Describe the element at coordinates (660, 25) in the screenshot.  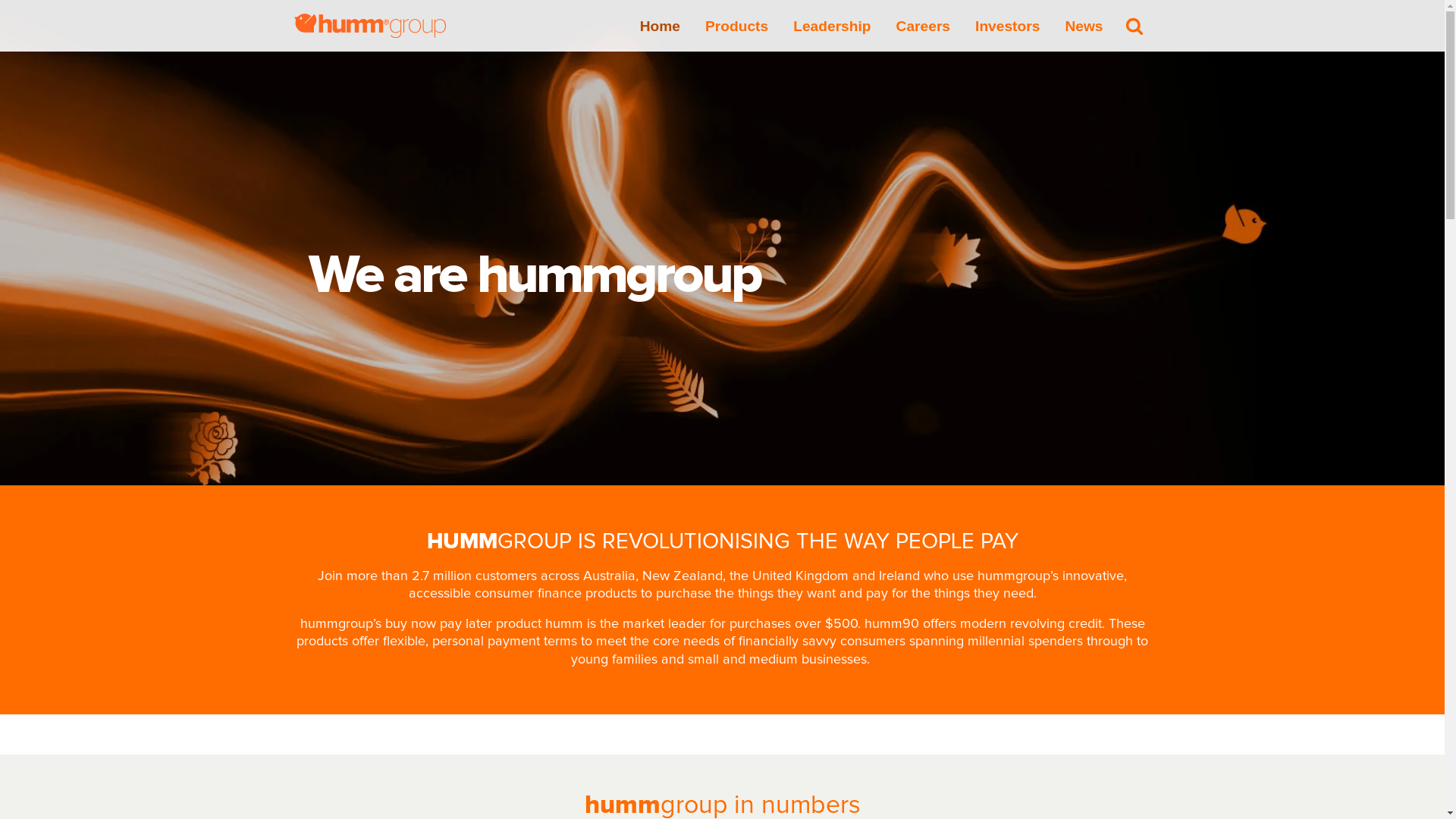
I see `'Home'` at that location.